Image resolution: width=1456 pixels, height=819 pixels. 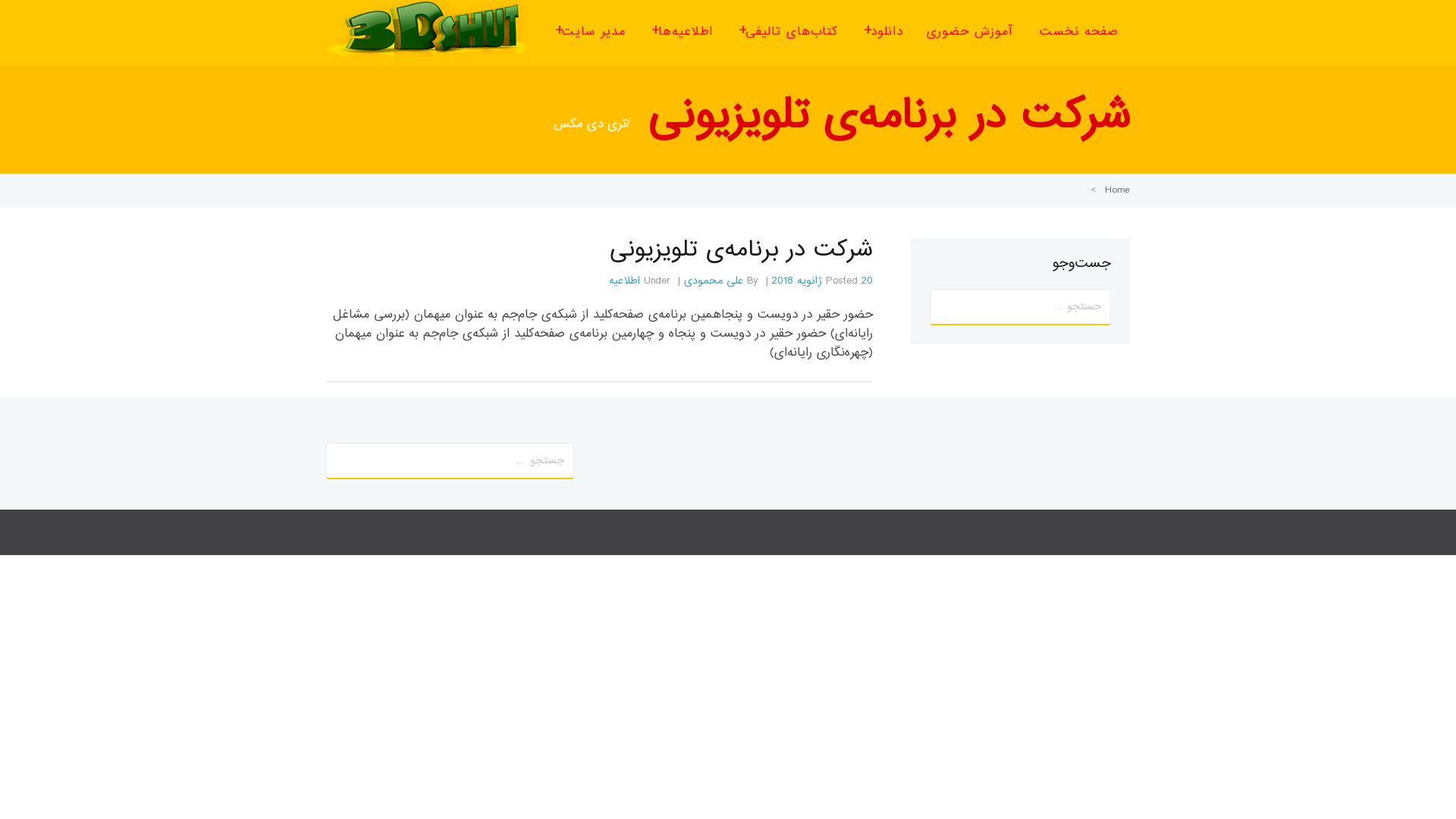 I want to click on 'Home', so click(x=1117, y=189).